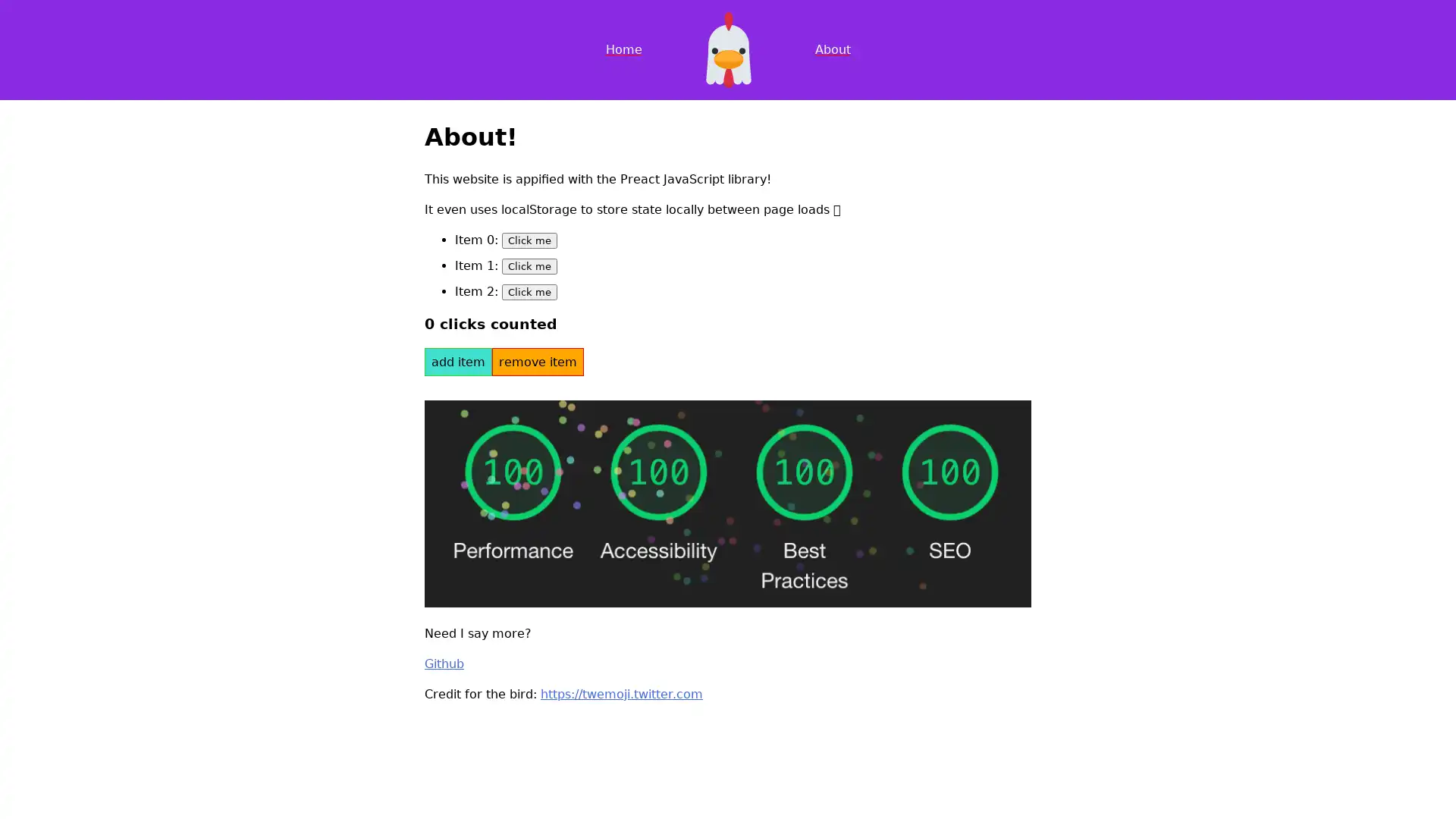 The image size is (1456, 819). Describe the element at coordinates (457, 361) in the screenshot. I see `add item` at that location.